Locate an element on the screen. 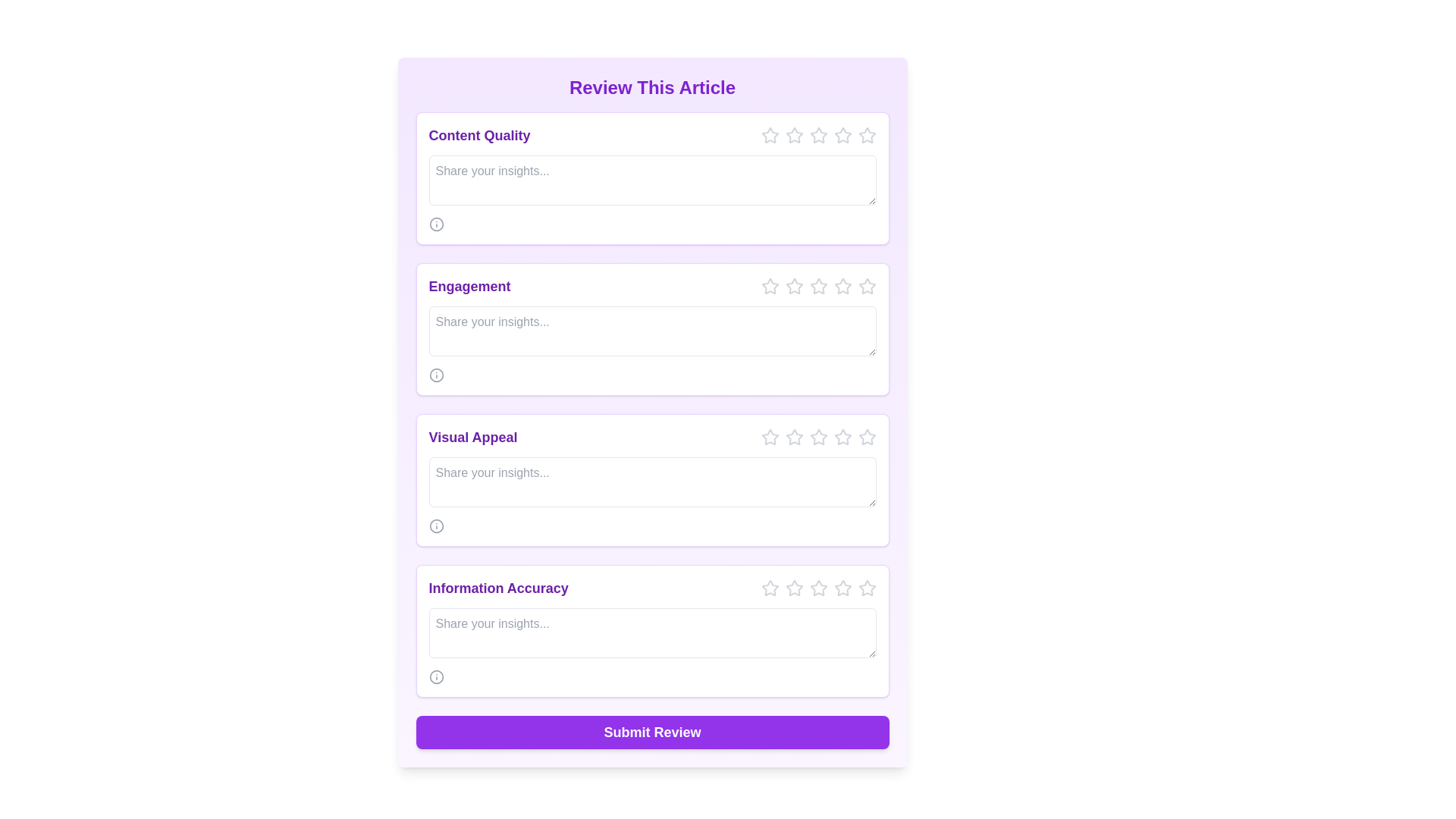  the 'Submit Review' button, which is a rectangular button with rounded corners, purple background, and white bold text, located at the bottom center of the 'Review This Article' section is located at coordinates (652, 731).